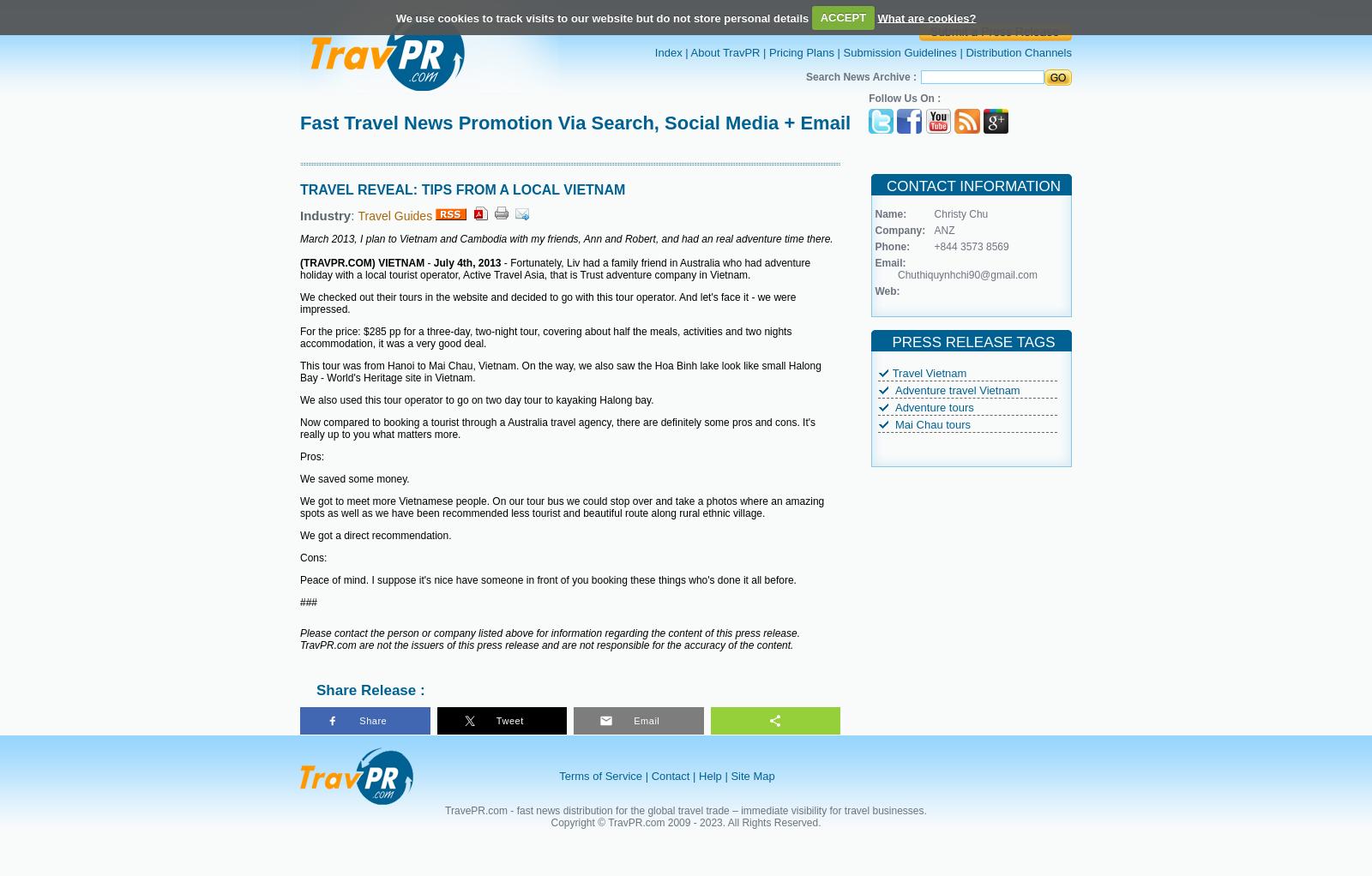  I want to click on 'Help', so click(708, 775).